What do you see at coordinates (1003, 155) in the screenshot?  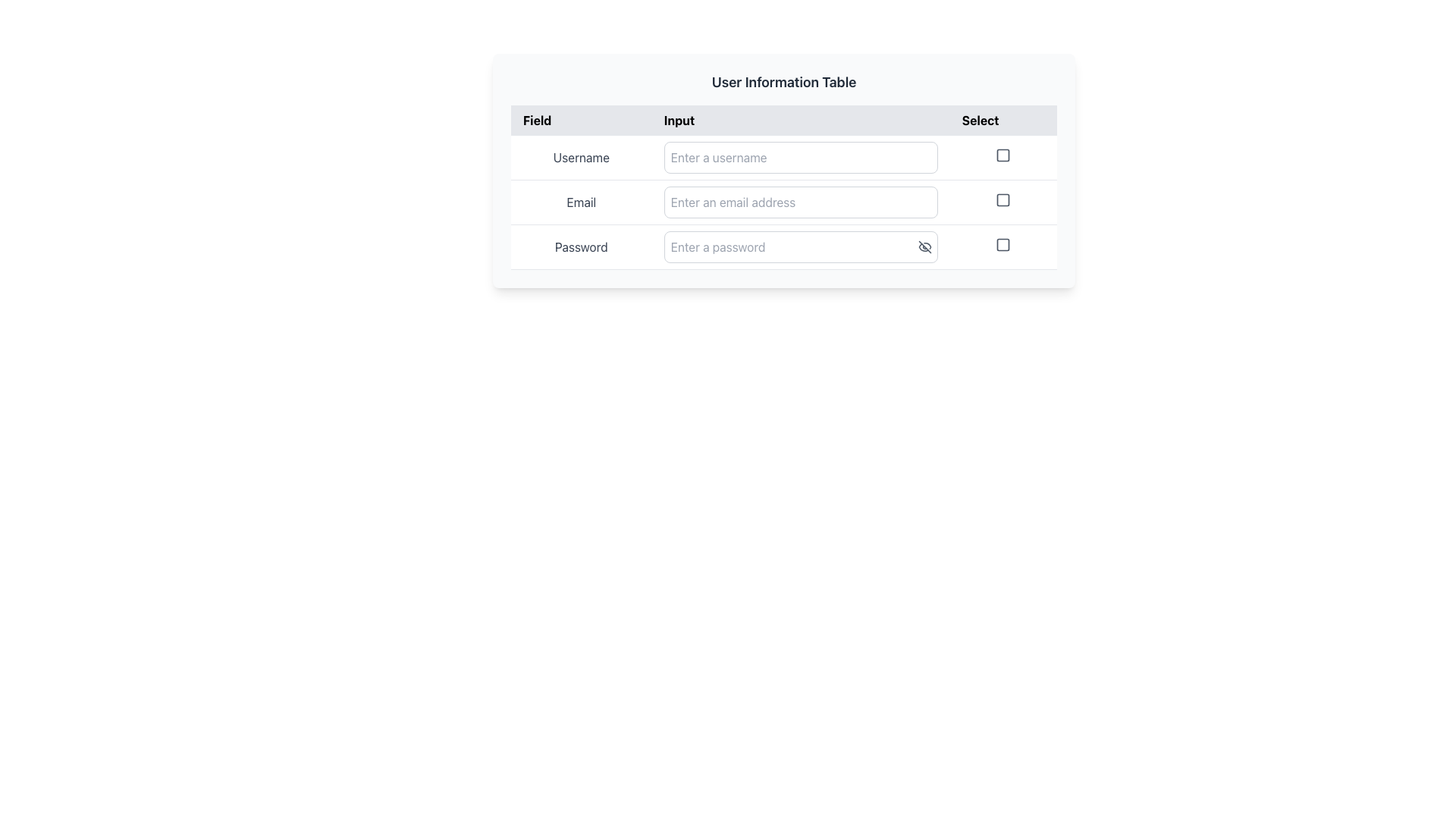 I see `the square checkbox in the 'Select' column of the 'User Information Table'` at bounding box center [1003, 155].